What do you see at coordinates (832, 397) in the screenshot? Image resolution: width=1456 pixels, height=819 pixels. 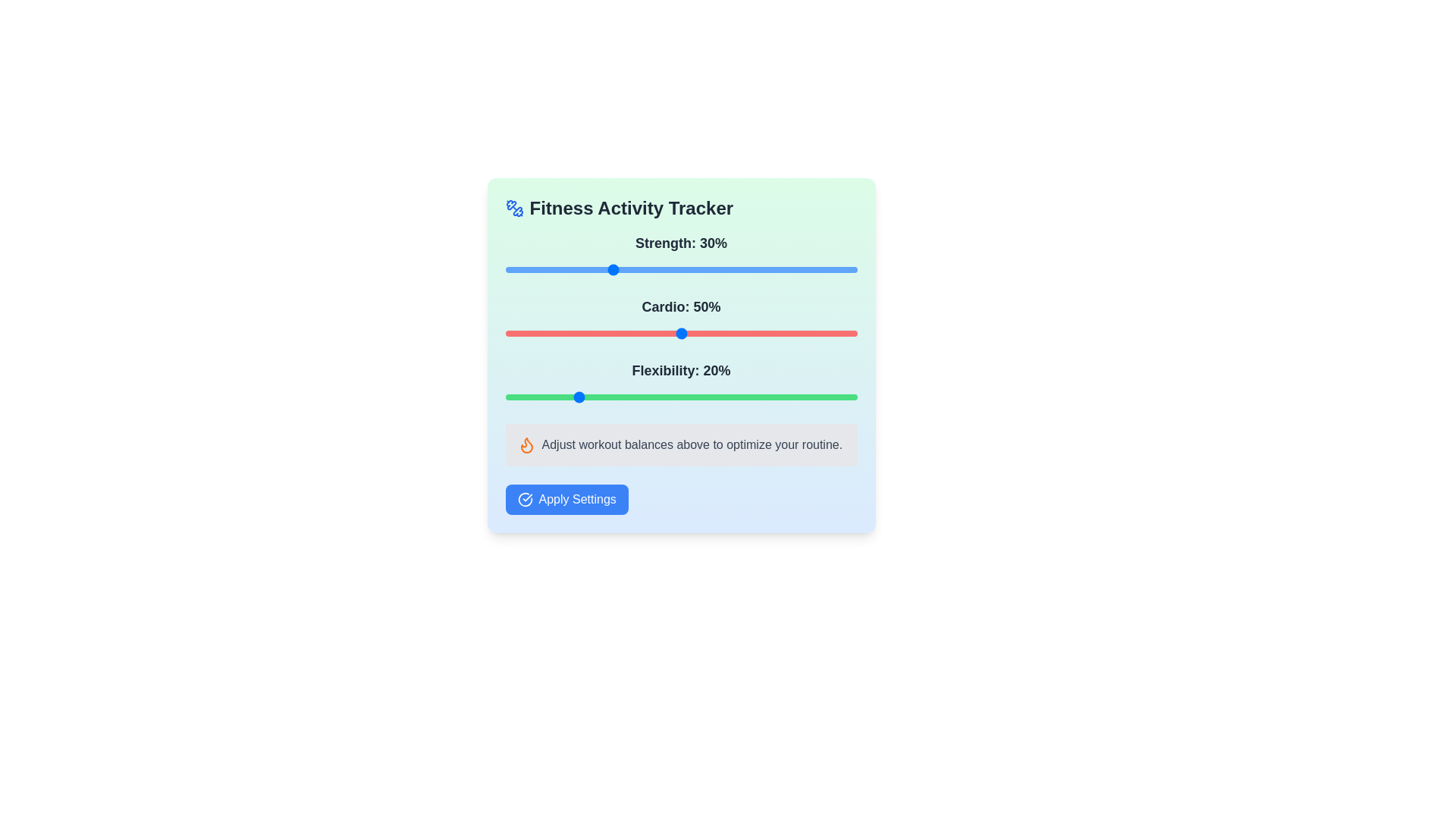 I see `the flexibility level` at bounding box center [832, 397].